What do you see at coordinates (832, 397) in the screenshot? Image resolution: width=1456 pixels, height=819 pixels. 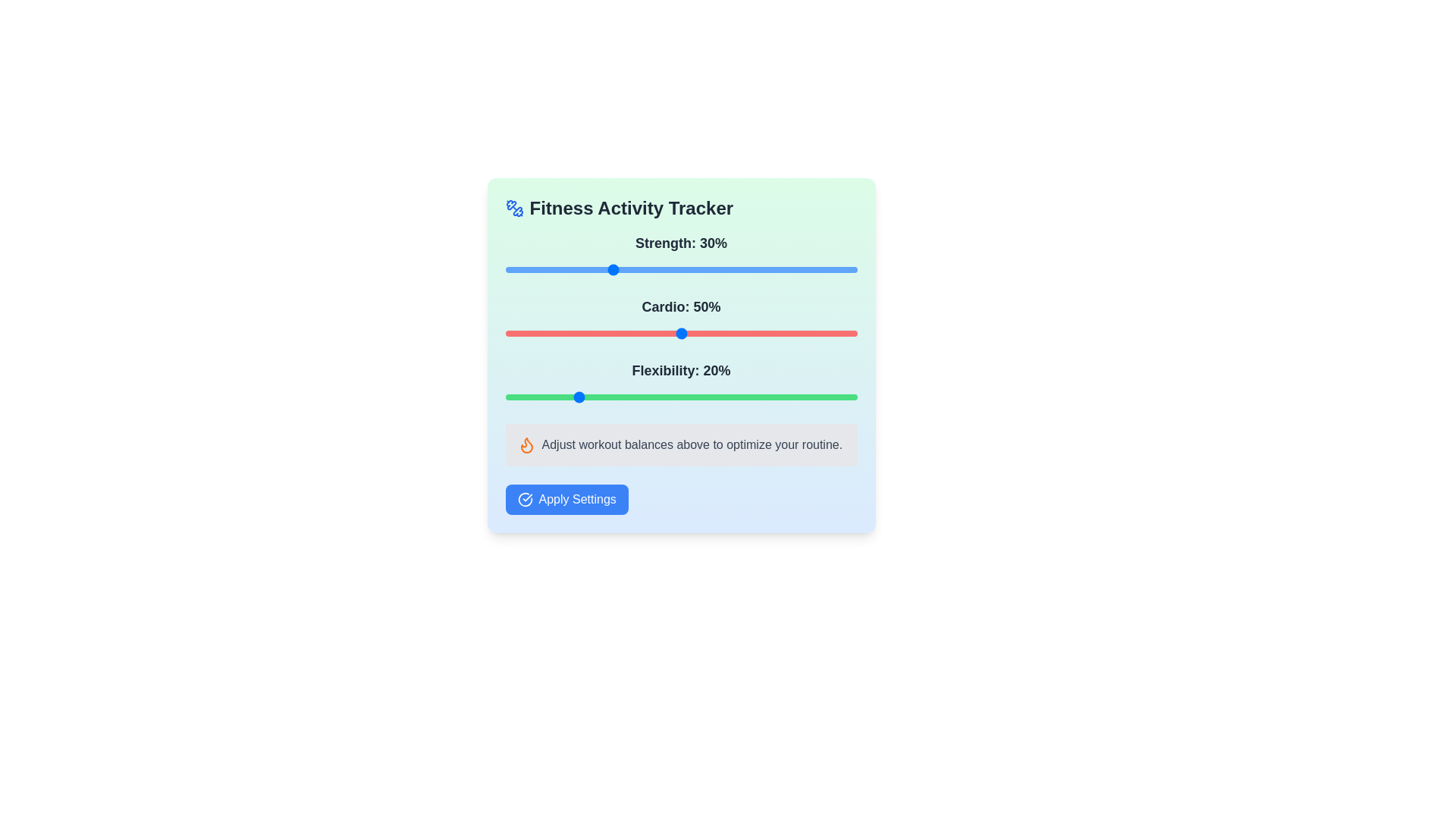 I see `the flexibility level` at bounding box center [832, 397].